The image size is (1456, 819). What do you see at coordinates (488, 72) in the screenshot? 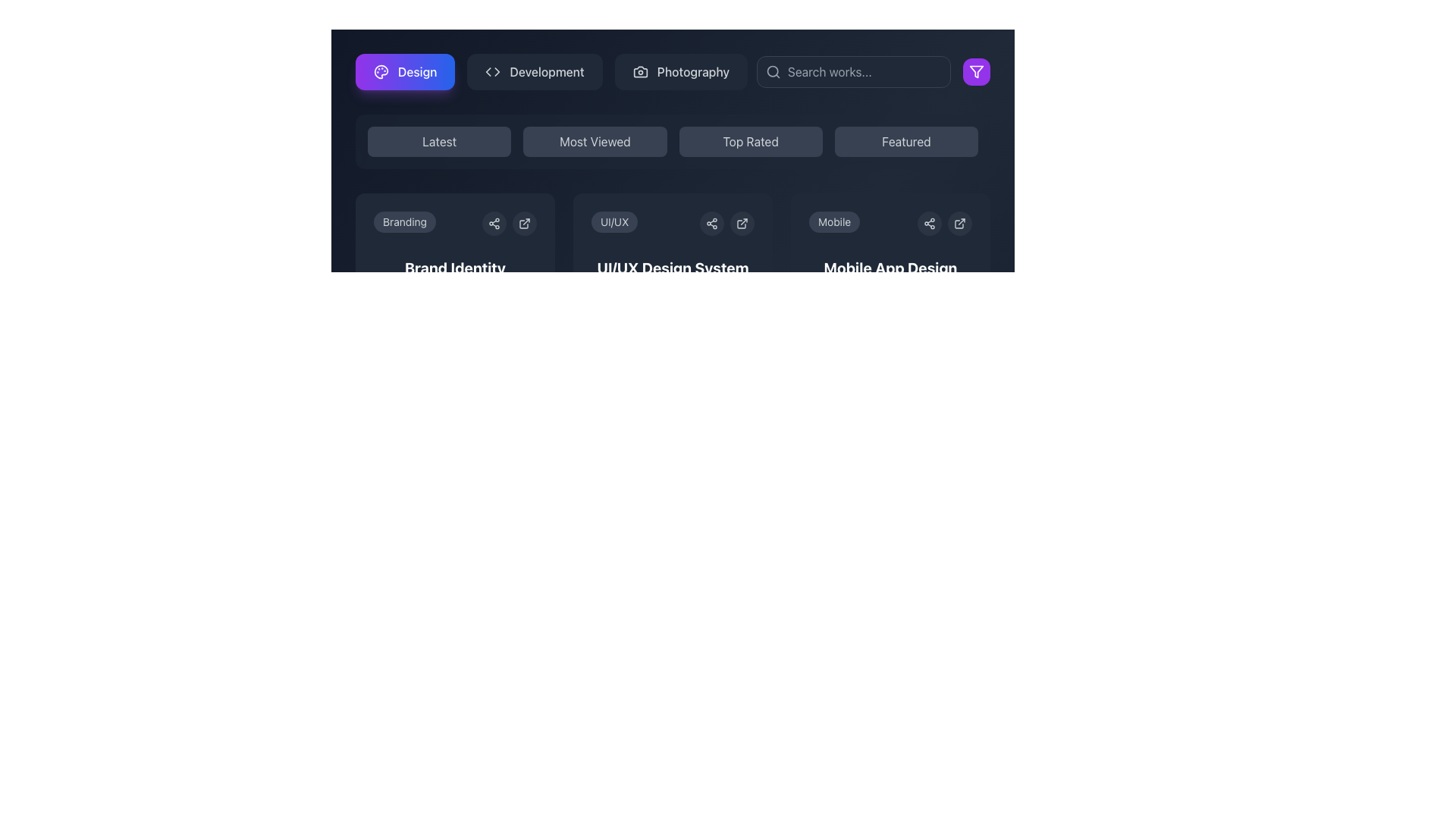
I see `the left-facing chevron icon button, which serves as a visual indicator for navigating backward within the system or menu` at bounding box center [488, 72].